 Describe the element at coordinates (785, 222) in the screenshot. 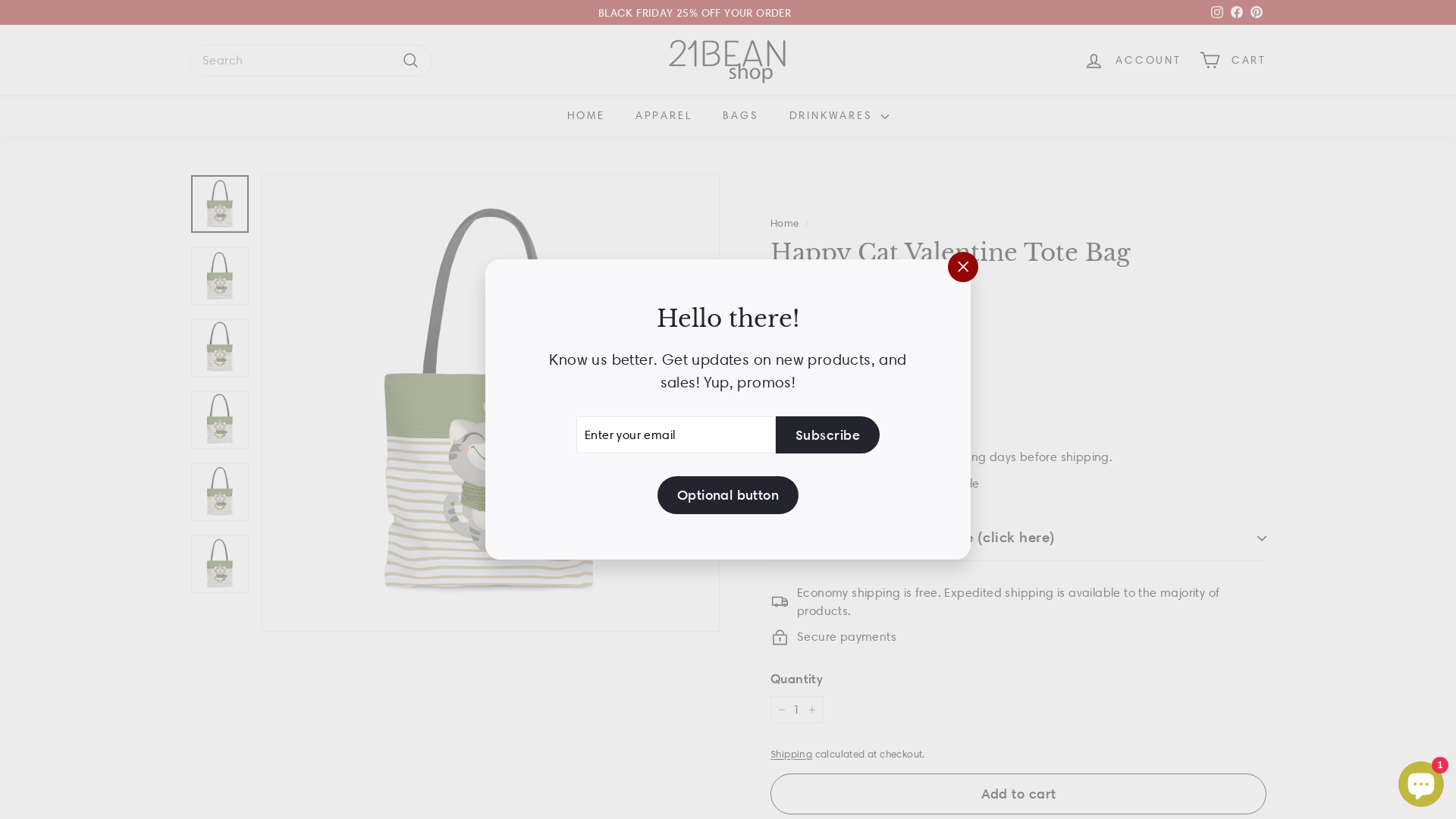

I see `'Home'` at that location.